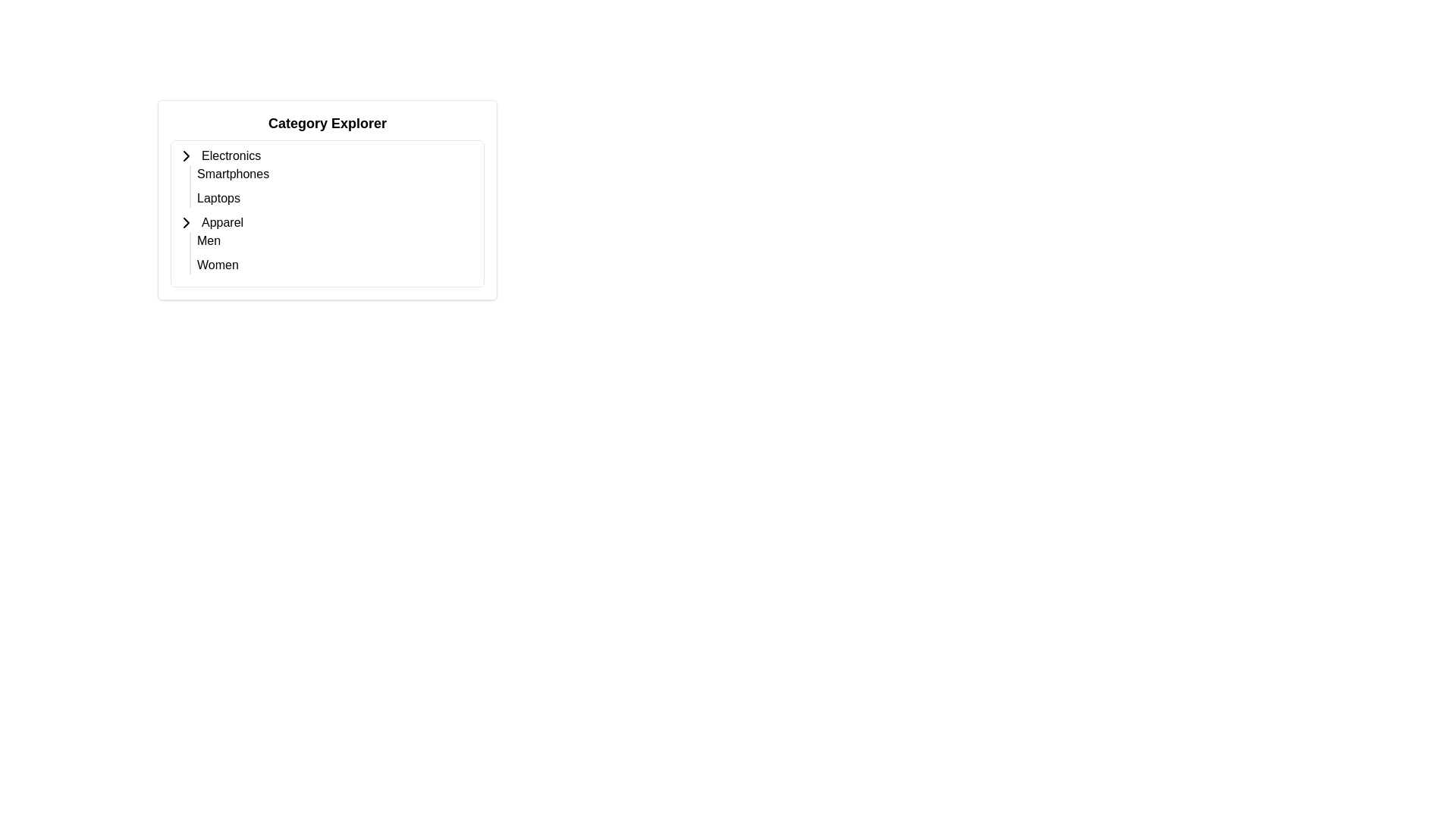  What do you see at coordinates (185, 155) in the screenshot?
I see `the arrow icon to the left of the 'Electronics' label` at bounding box center [185, 155].